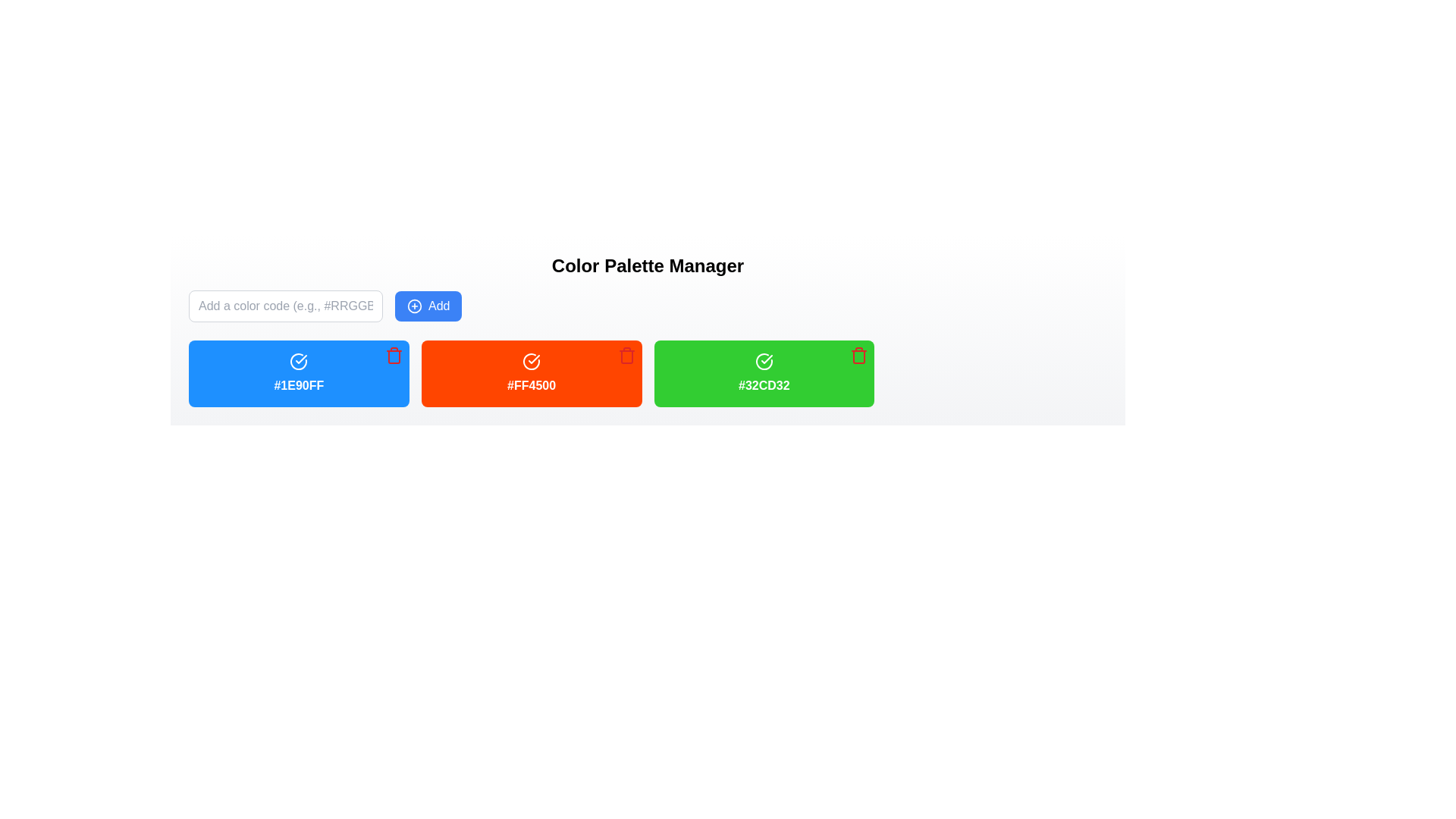  I want to click on the delete button located at the top-right corner of the orange color card labeled '#FF4500', so click(626, 356).